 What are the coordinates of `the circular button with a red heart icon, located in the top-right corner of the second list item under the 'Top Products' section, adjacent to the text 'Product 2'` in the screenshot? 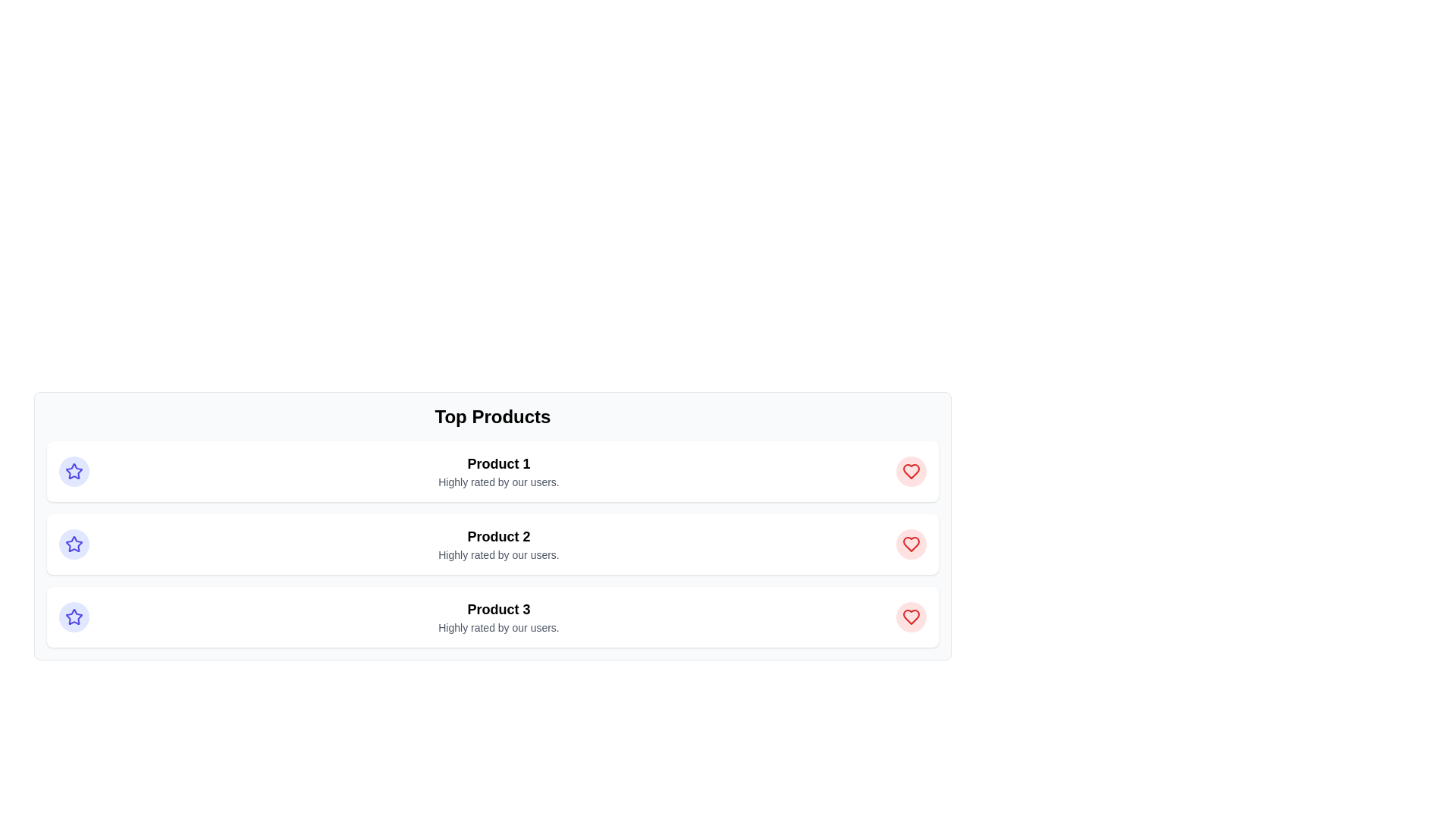 It's located at (910, 543).